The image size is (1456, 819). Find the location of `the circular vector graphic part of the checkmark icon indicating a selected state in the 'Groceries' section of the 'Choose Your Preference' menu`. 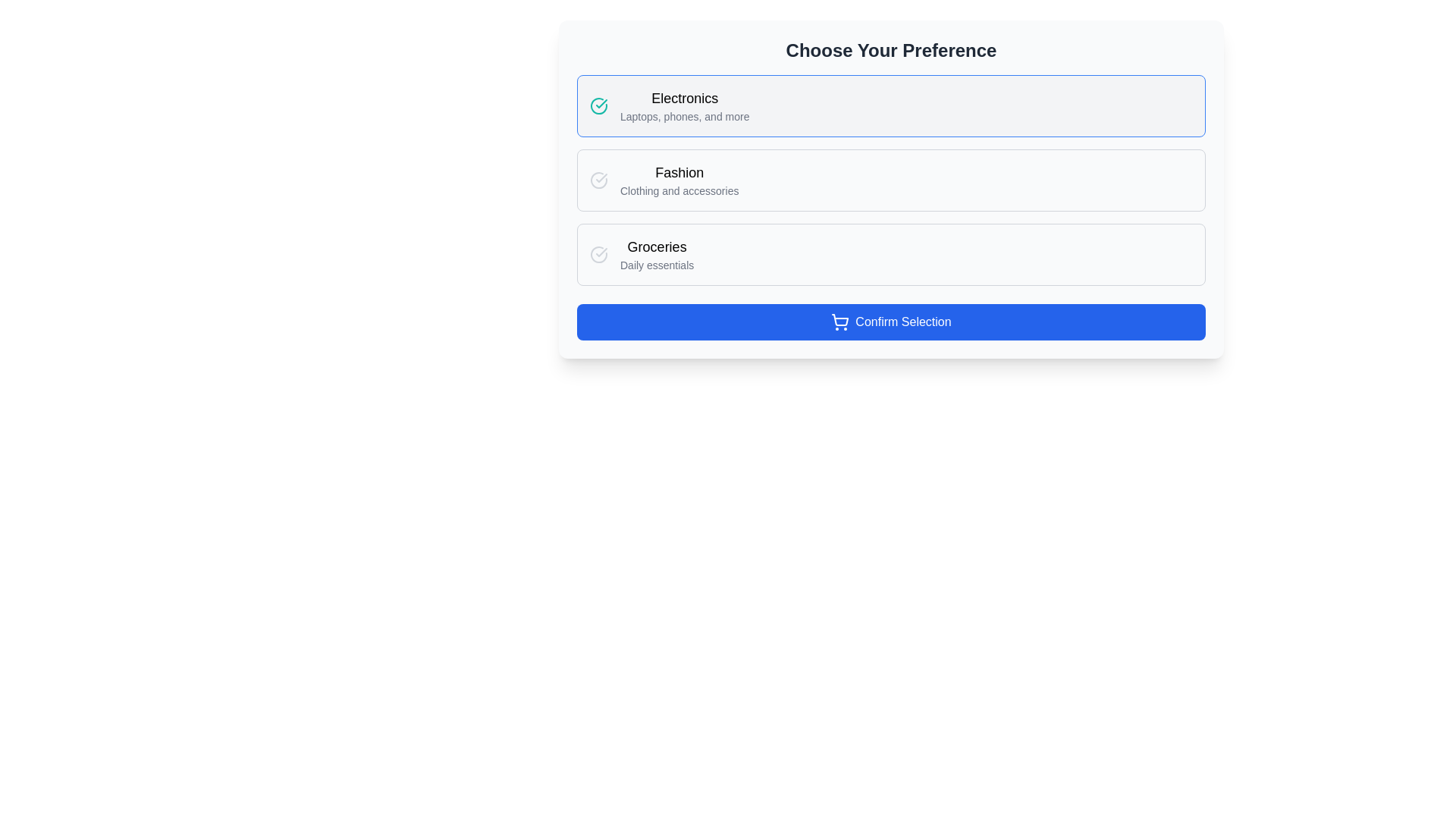

the circular vector graphic part of the checkmark icon indicating a selected state in the 'Groceries' section of the 'Choose Your Preference' menu is located at coordinates (598, 253).